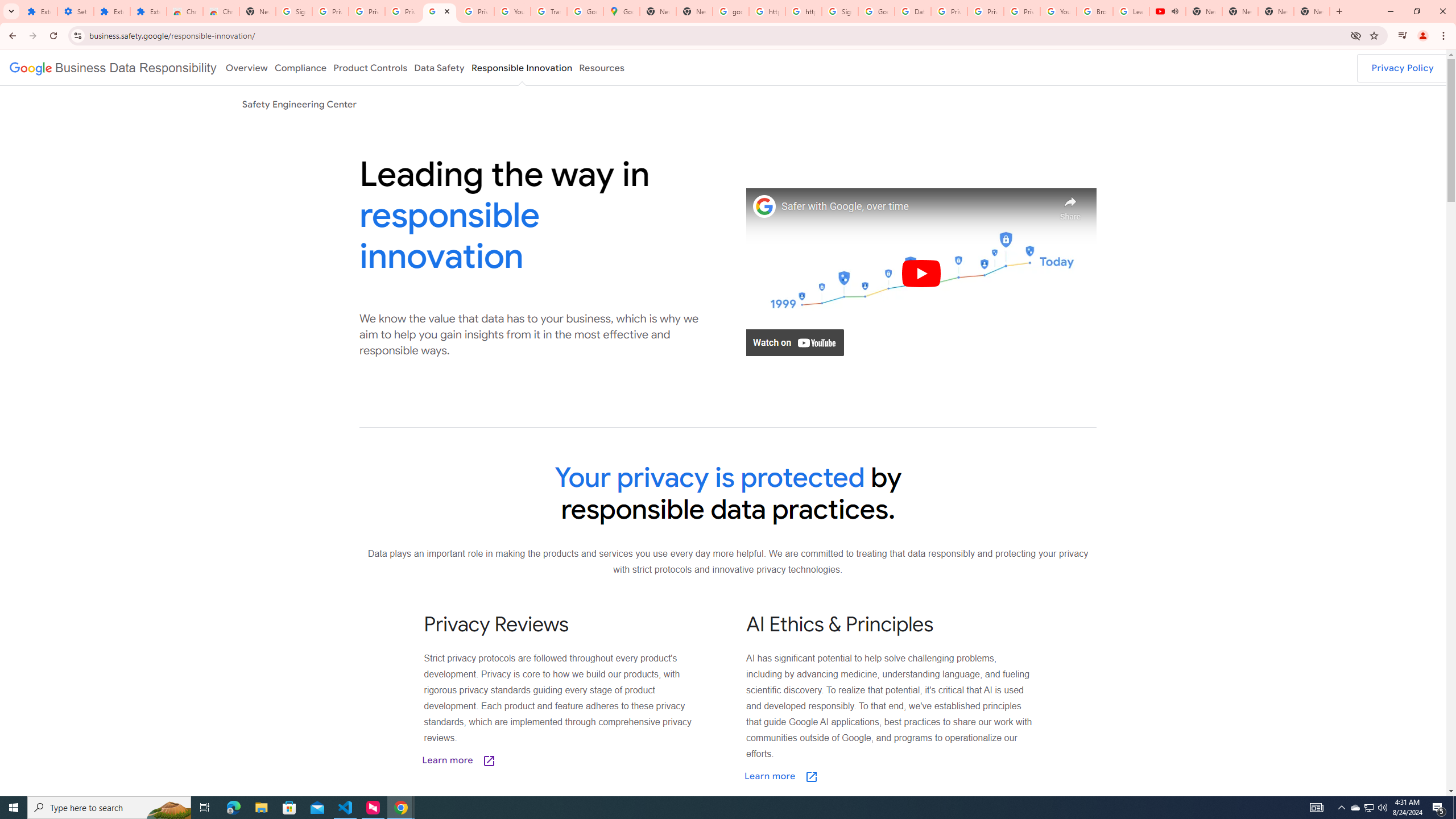  Describe the element at coordinates (438, 67) in the screenshot. I see `'Data Safety'` at that location.